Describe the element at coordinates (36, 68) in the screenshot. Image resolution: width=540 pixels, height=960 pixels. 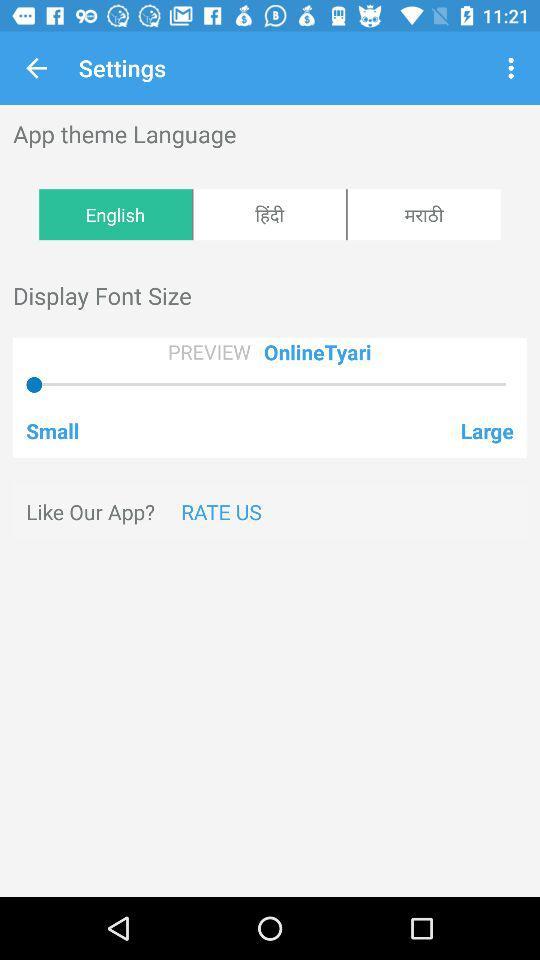
I see `icon to the left of settings app` at that location.